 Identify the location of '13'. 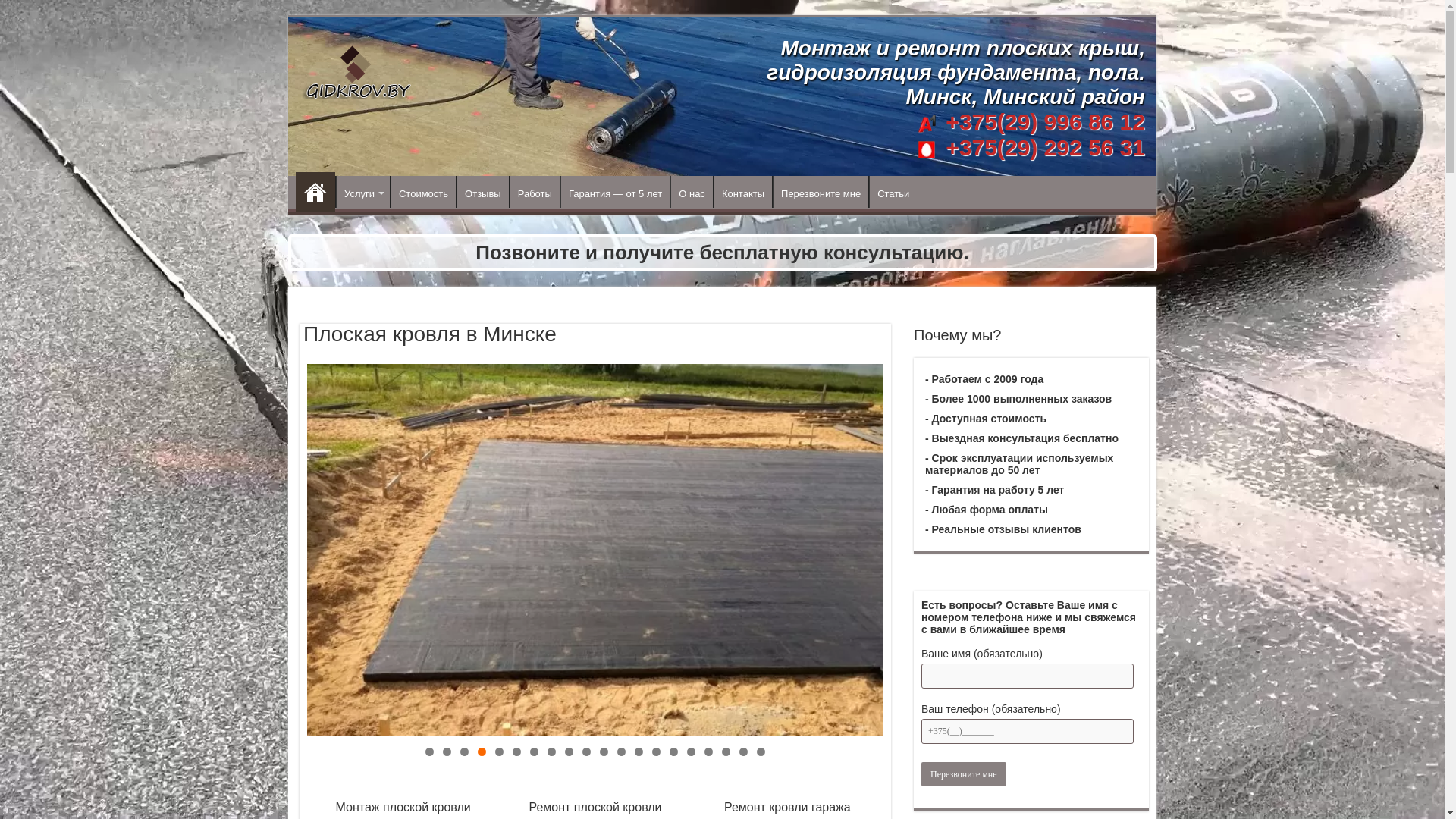
(639, 752).